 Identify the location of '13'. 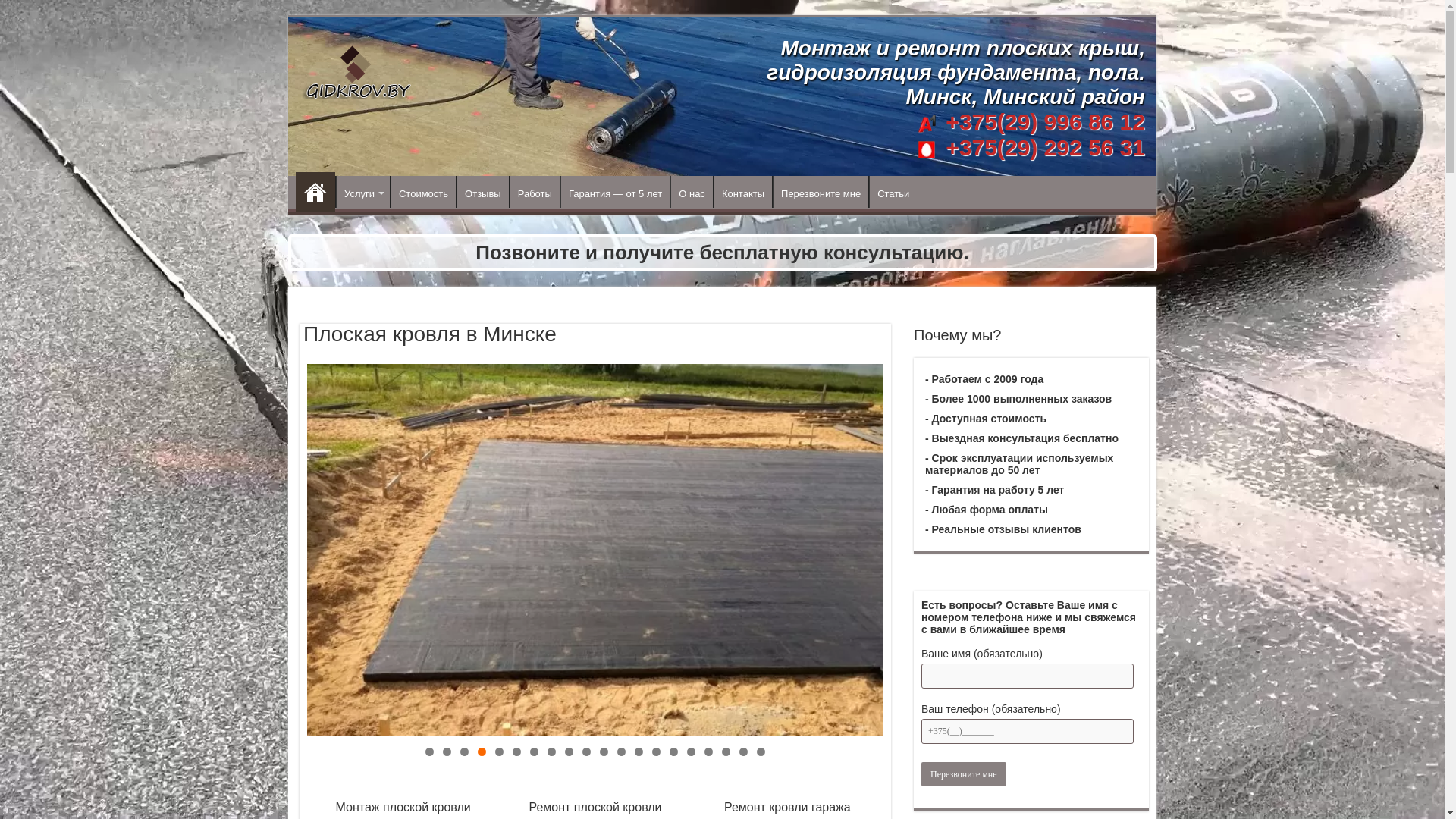
(639, 752).